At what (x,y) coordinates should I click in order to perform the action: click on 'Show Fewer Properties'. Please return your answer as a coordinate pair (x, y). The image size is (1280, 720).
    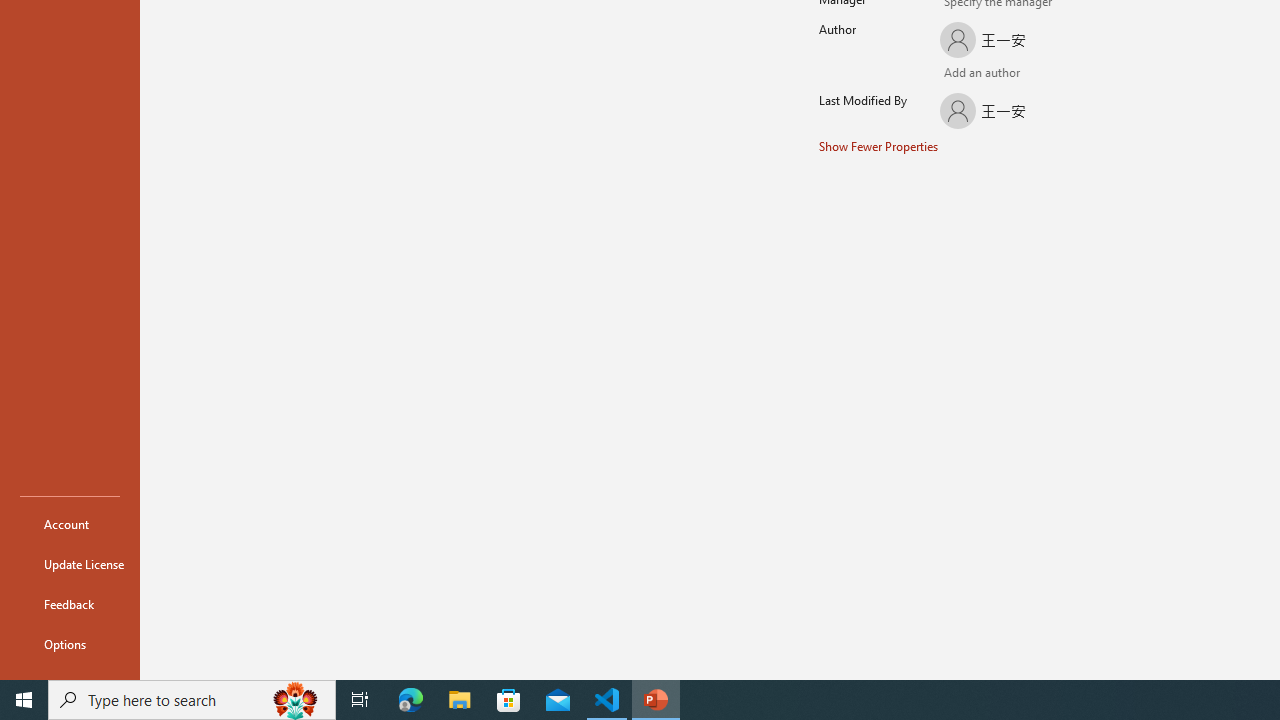
    Looking at the image, I should click on (879, 145).